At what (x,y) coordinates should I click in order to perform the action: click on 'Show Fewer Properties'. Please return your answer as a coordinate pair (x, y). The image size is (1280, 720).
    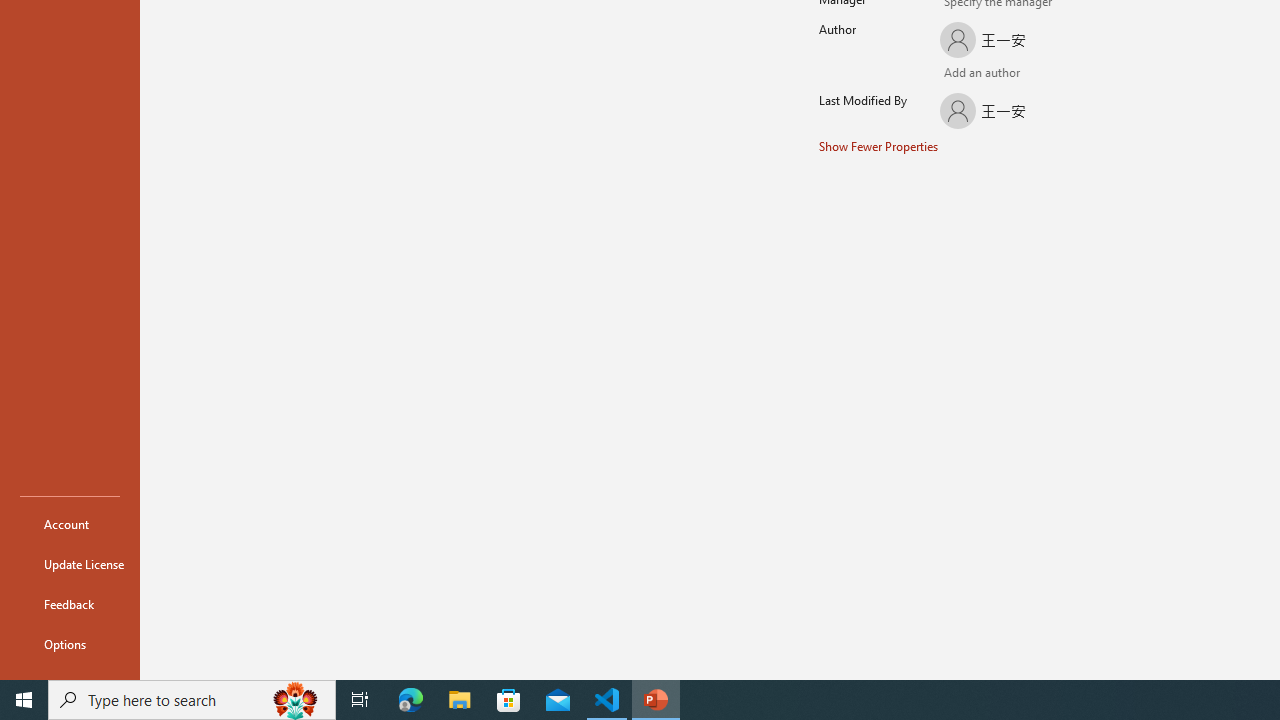
    Looking at the image, I should click on (879, 145).